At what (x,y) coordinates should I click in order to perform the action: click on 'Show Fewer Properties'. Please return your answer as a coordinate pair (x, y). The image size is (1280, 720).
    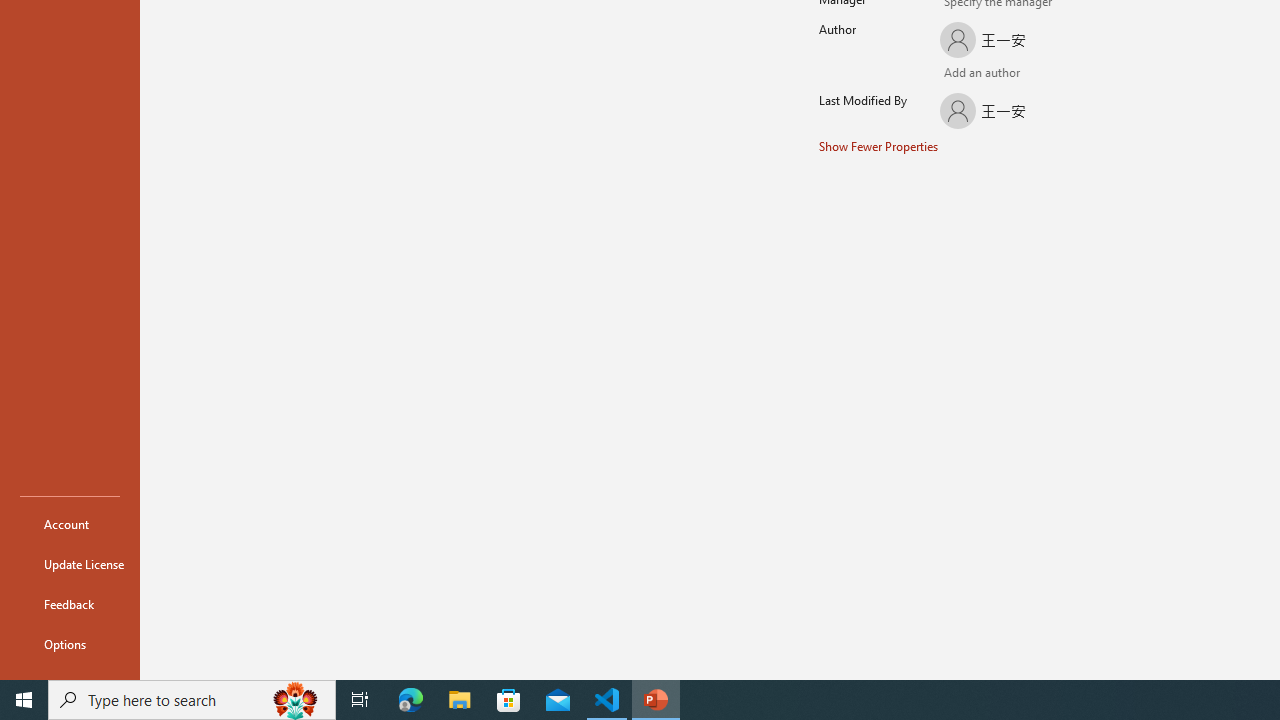
    Looking at the image, I should click on (879, 145).